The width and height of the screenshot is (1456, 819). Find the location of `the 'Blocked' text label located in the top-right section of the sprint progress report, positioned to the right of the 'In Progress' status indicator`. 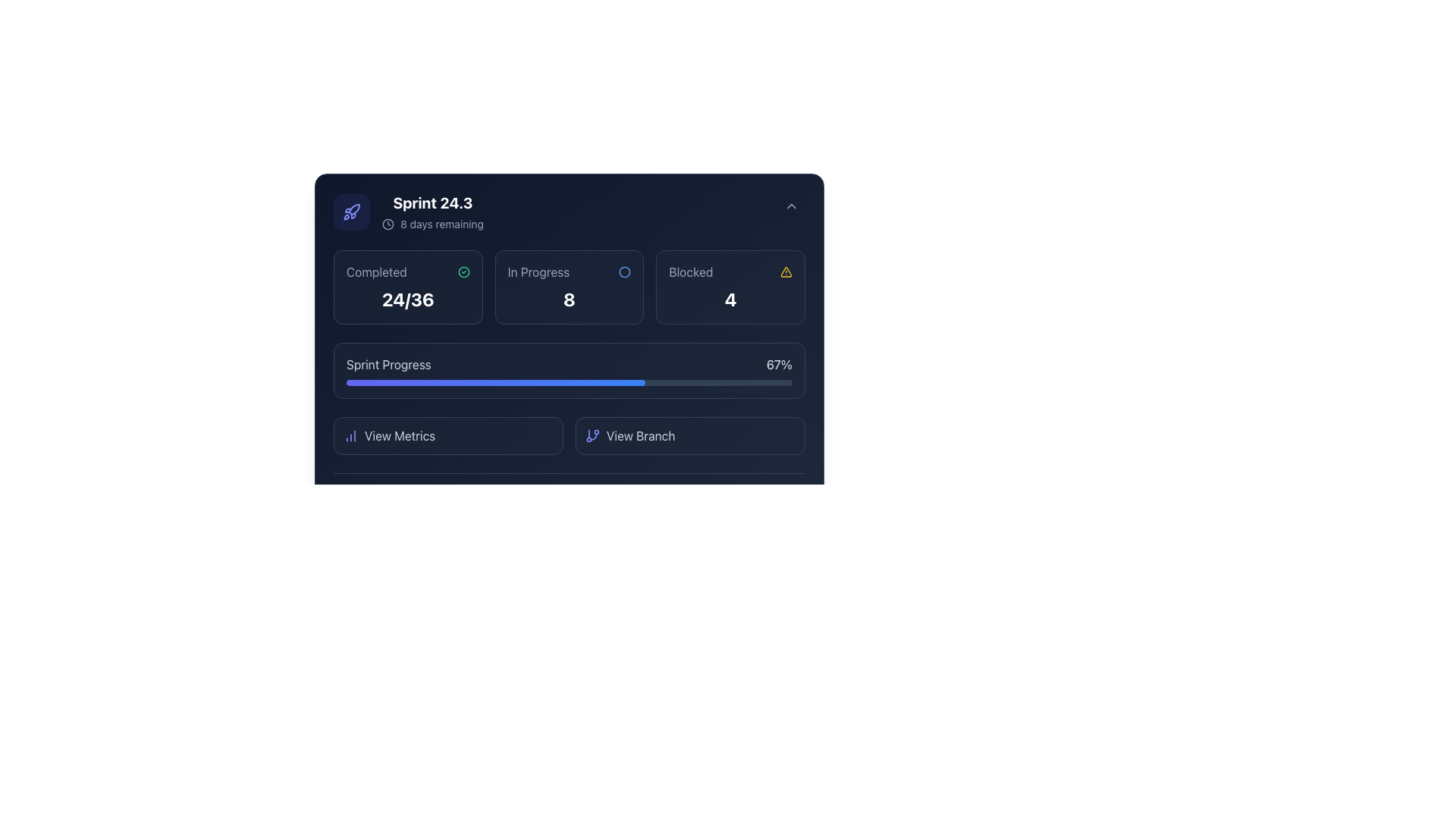

the 'Blocked' text label located in the top-right section of the sprint progress report, positioned to the right of the 'In Progress' status indicator is located at coordinates (690, 271).